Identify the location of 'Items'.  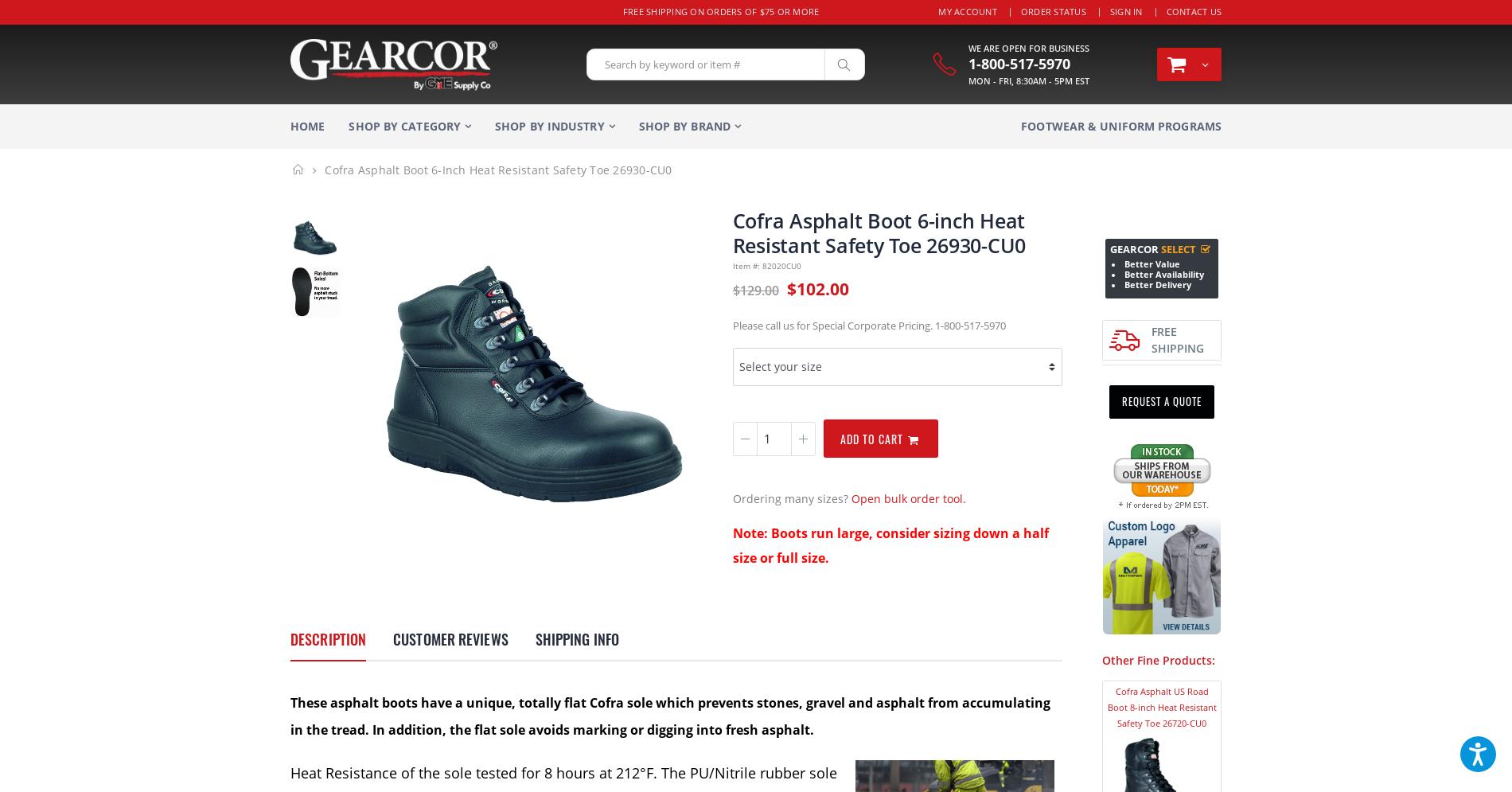
(1027, 103).